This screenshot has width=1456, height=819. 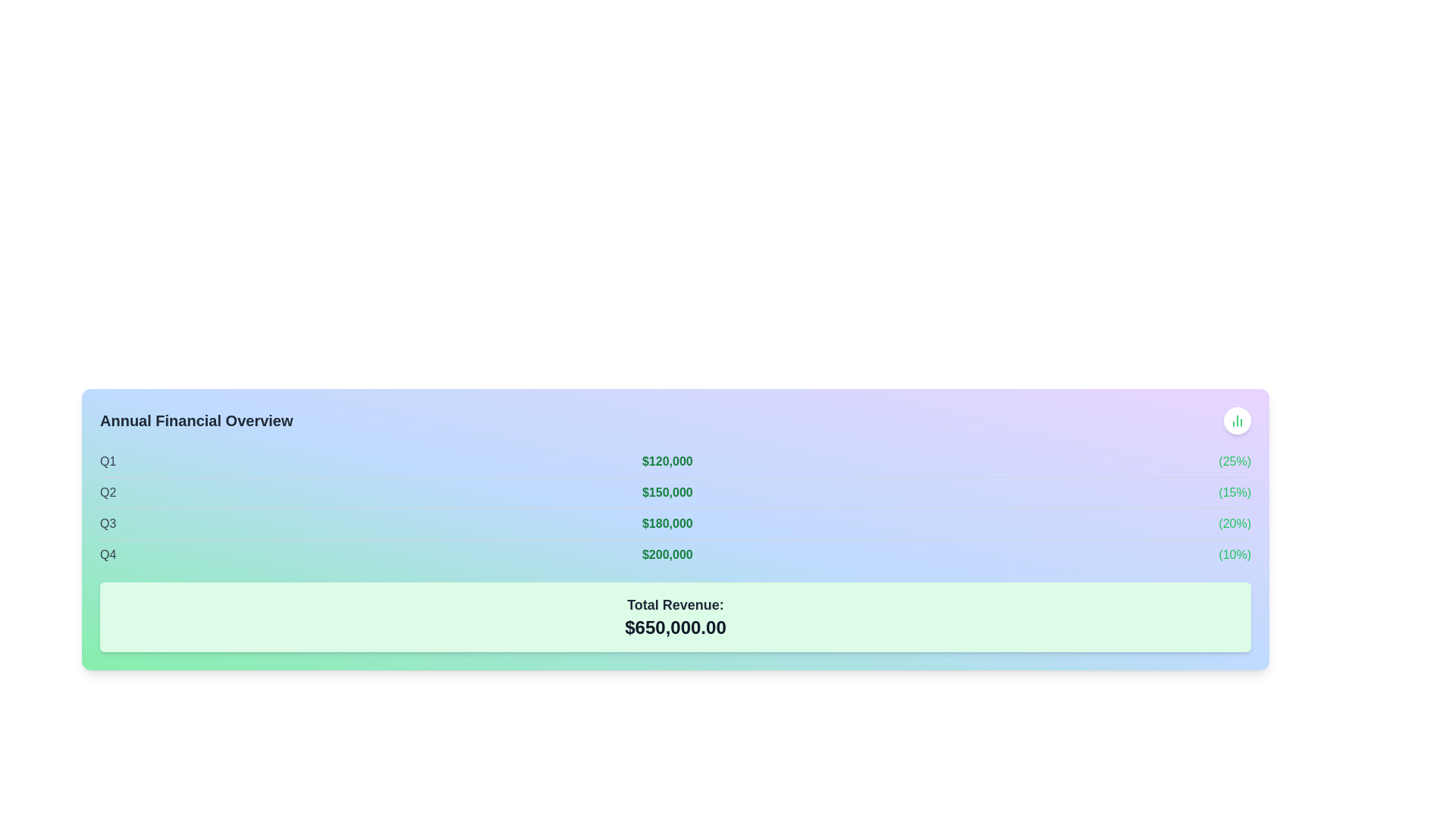 What do you see at coordinates (107, 522) in the screenshot?
I see `text label displaying 'Q3' which is formatted in a medium gray font and located in the summary section as the first item in its row` at bounding box center [107, 522].